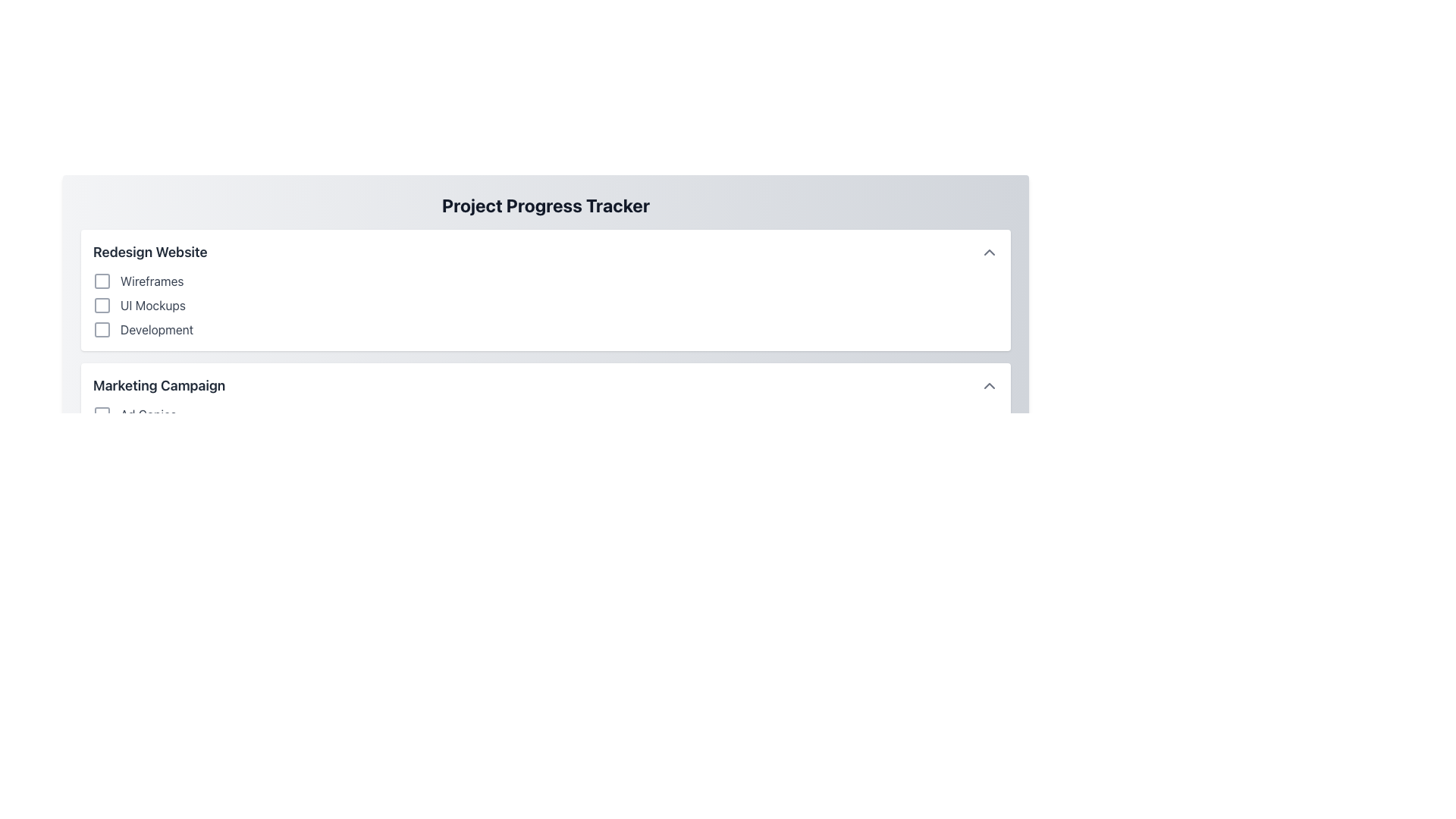  What do you see at coordinates (101, 329) in the screenshot?
I see `the 'Development' checkbox located under the 'Redesign Website' section` at bounding box center [101, 329].